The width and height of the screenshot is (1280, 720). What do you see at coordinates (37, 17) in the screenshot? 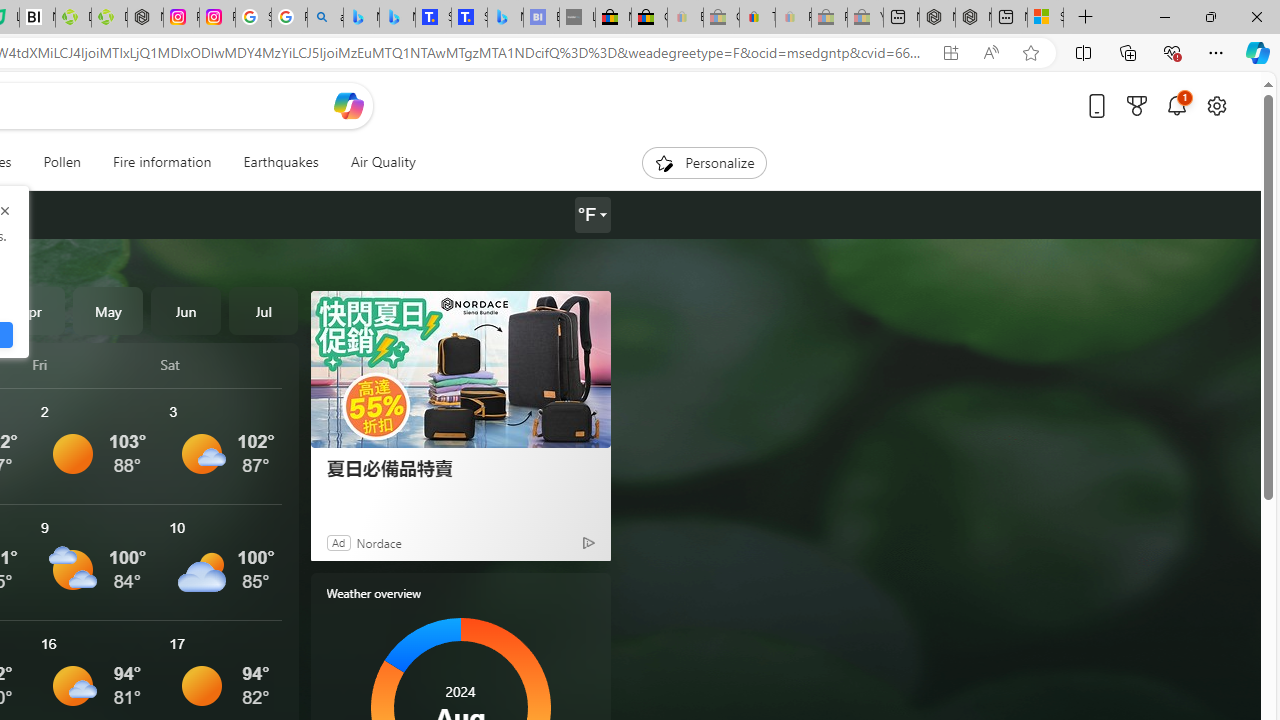
I see `'Nvidia va a poner a prueba la paciencia de los inversores'` at bounding box center [37, 17].